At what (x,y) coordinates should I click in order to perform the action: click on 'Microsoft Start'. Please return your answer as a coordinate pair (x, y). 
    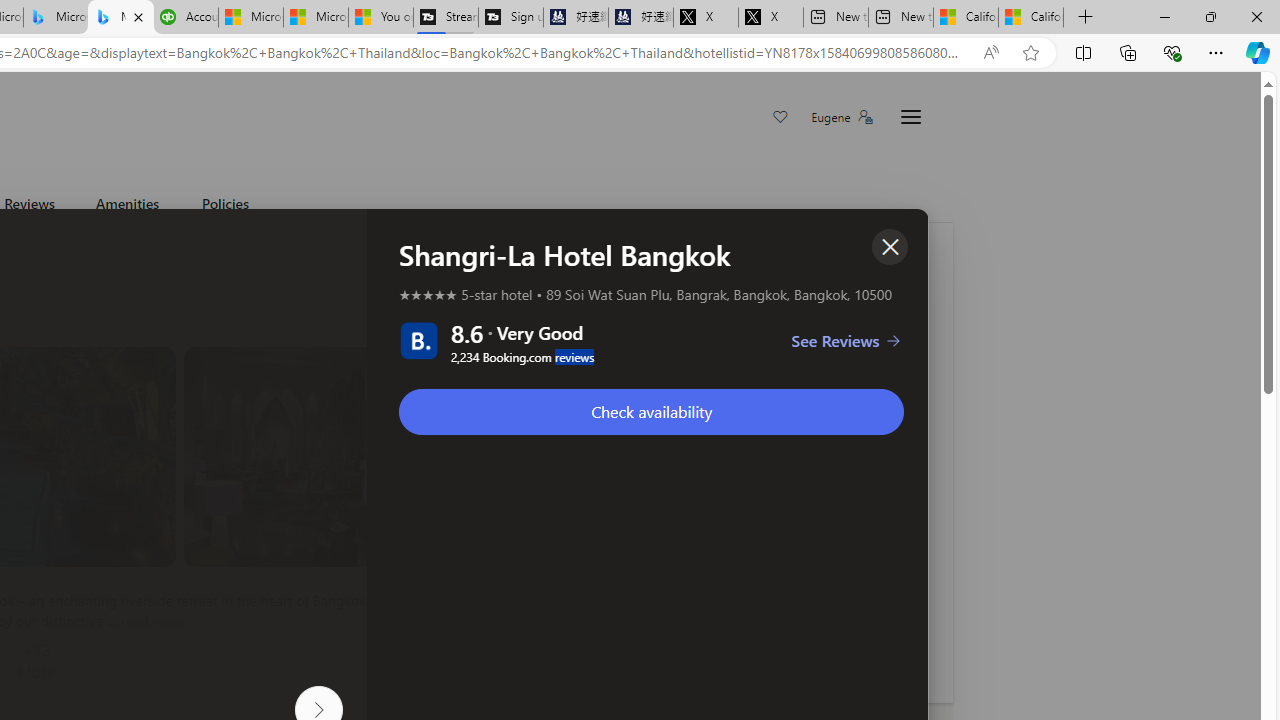
    Looking at the image, I should click on (315, 17).